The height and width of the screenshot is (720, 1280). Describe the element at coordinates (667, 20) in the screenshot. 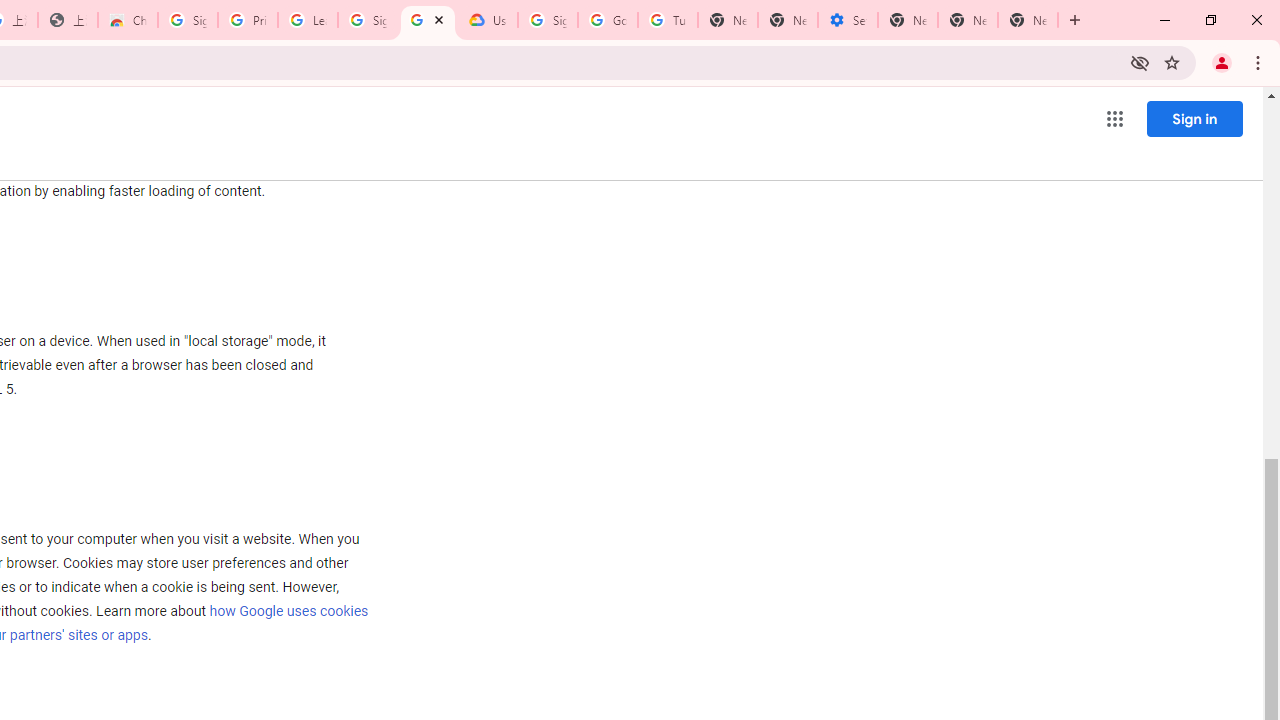

I see `'Turn cookies on or off - Computer - Google Account Help'` at that location.